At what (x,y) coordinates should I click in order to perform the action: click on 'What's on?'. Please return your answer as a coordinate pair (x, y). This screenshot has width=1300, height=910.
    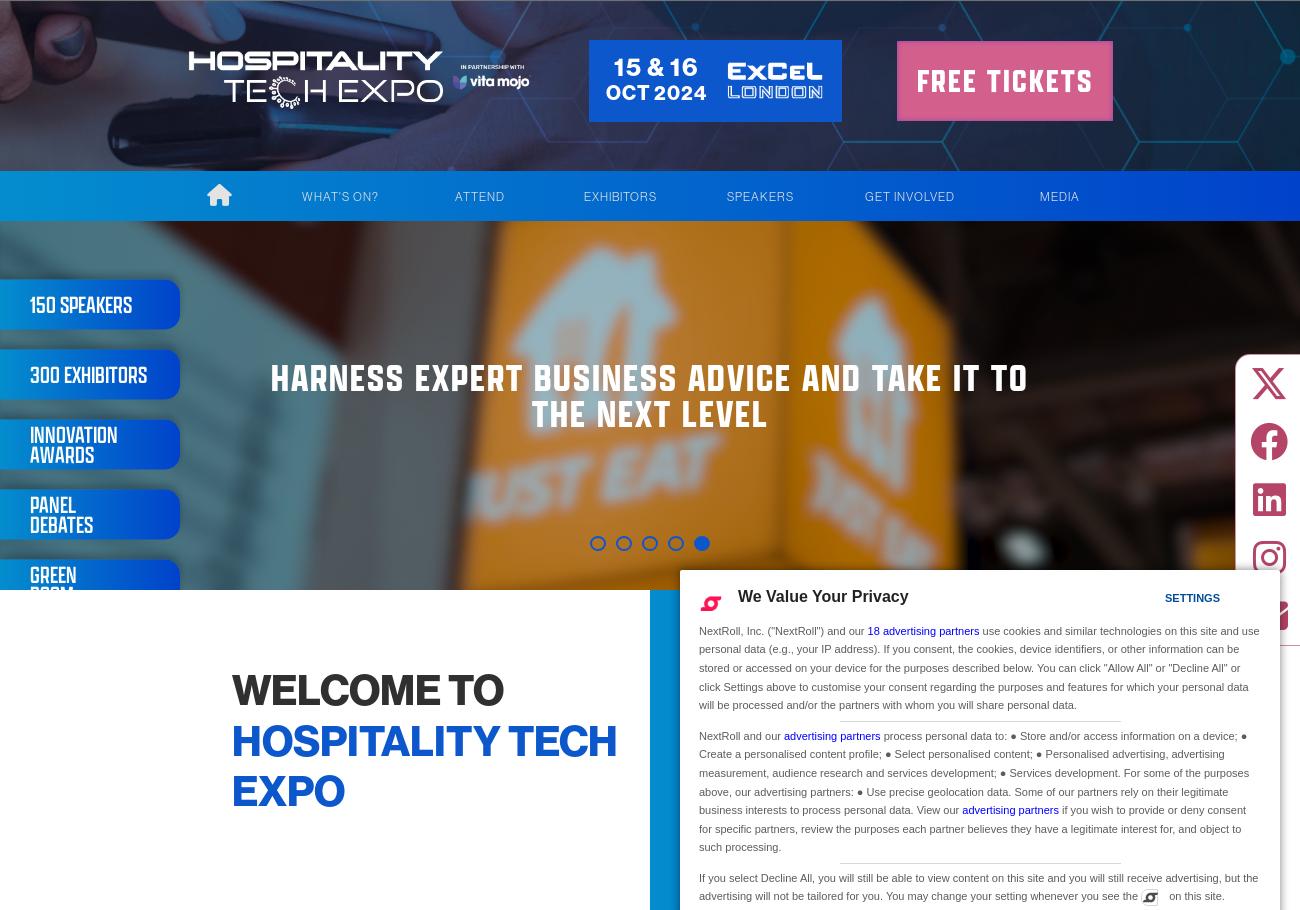
    Looking at the image, I should click on (300, 195).